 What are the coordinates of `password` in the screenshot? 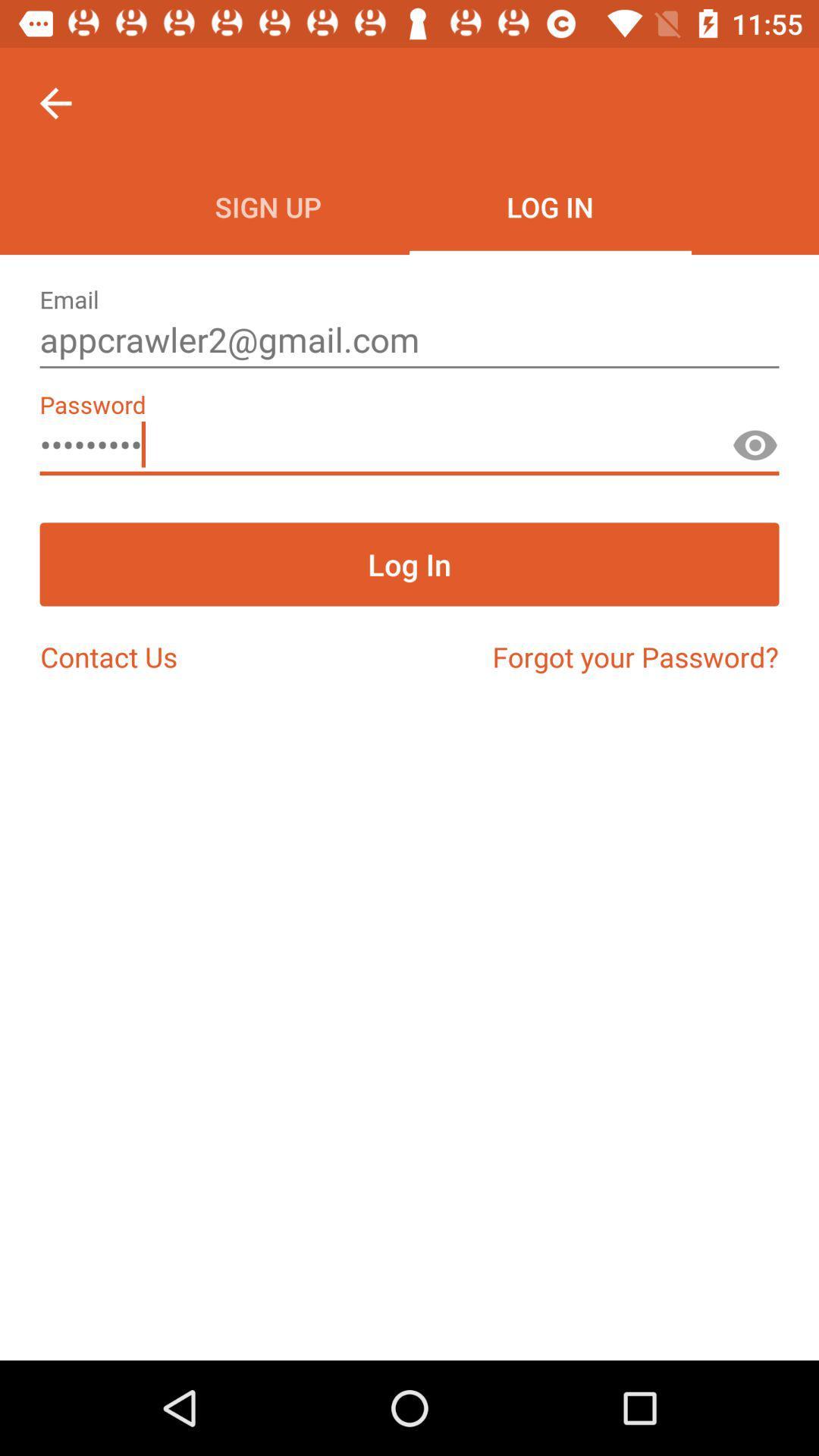 It's located at (755, 451).